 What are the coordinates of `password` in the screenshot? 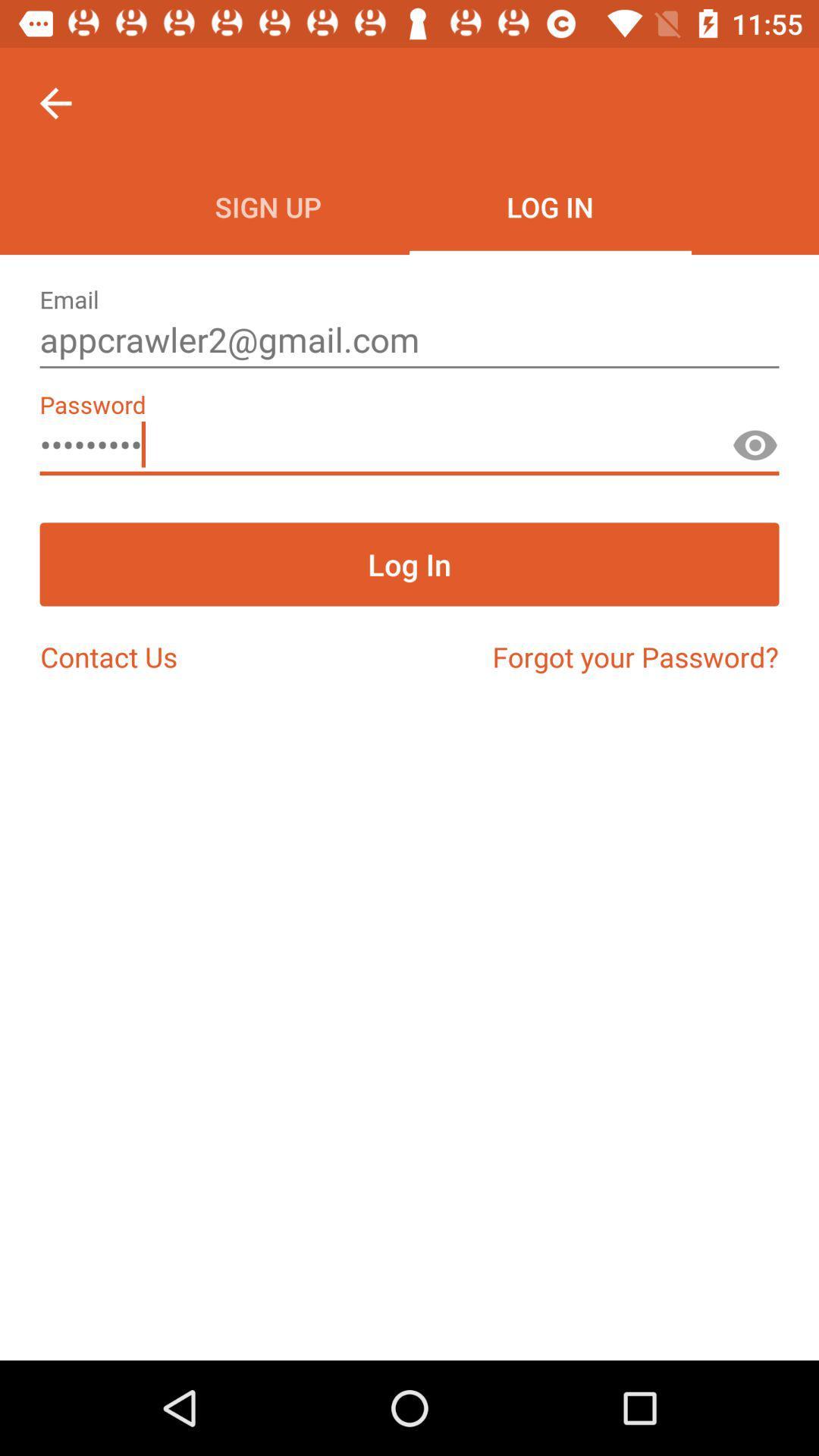 It's located at (755, 451).